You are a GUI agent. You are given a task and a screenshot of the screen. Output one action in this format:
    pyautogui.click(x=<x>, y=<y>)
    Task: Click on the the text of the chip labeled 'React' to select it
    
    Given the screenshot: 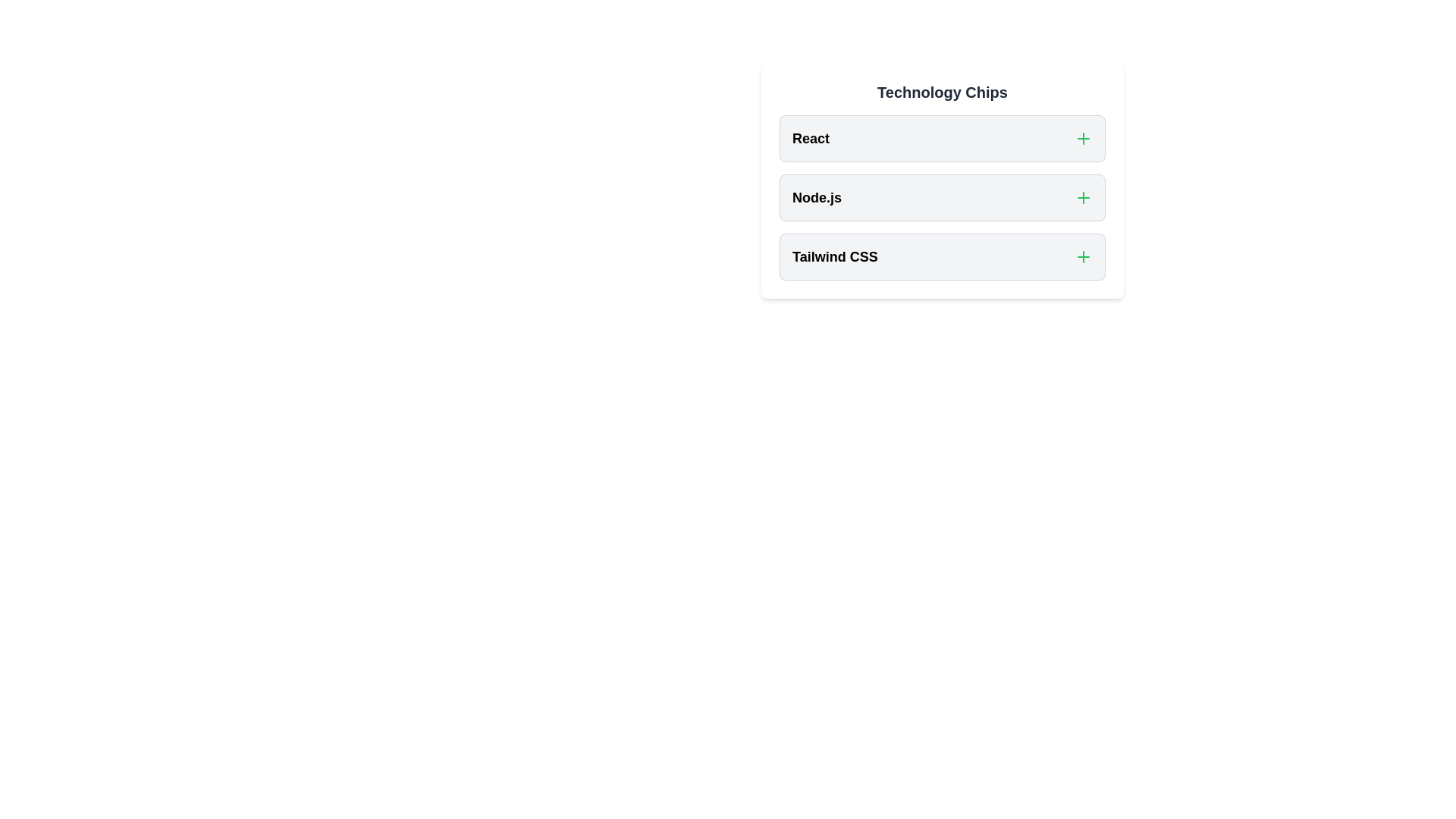 What is the action you would take?
    pyautogui.click(x=810, y=138)
    